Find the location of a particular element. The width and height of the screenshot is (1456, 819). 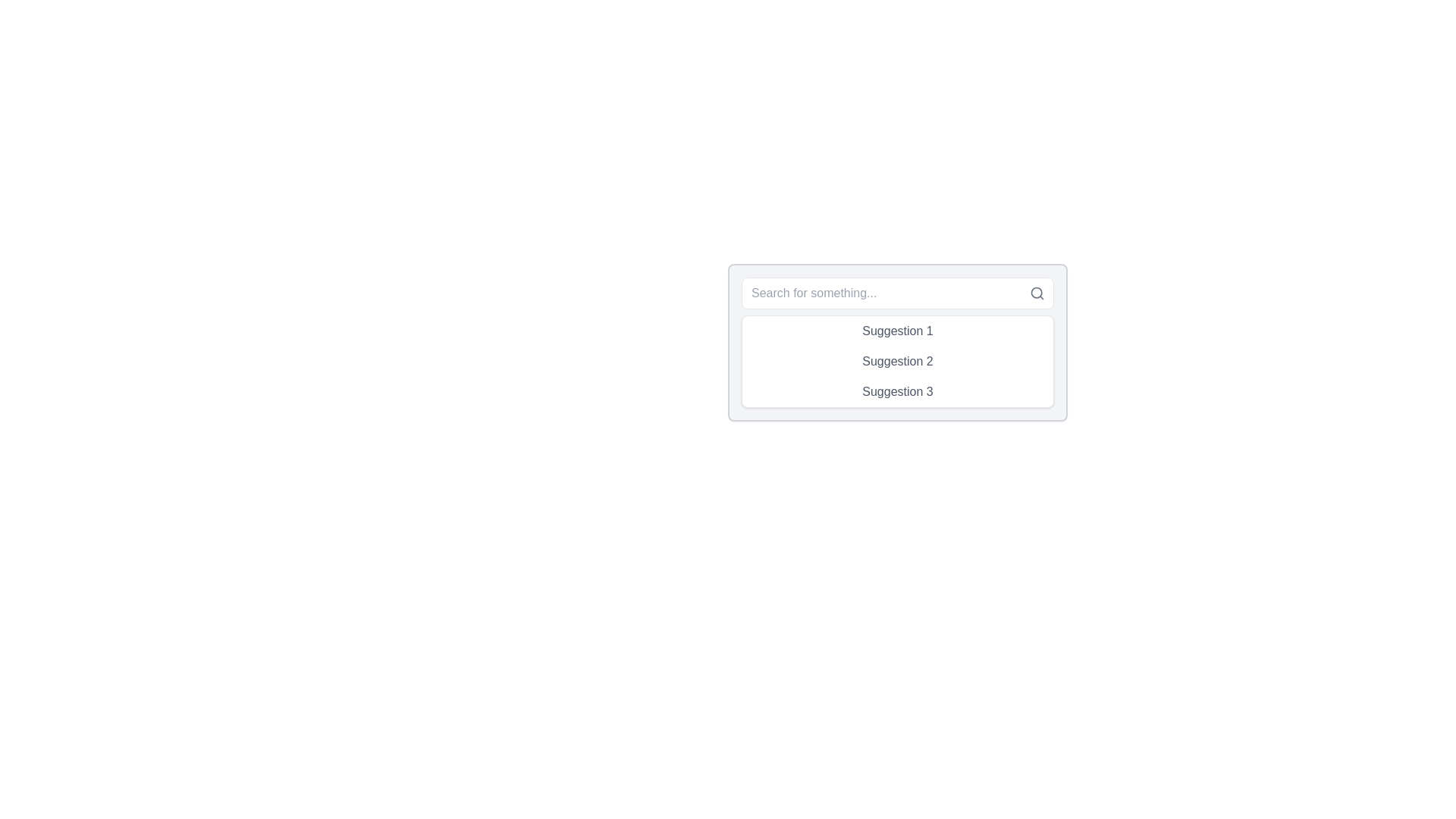

the circular lens part of the magnifying glass icon located in the top-right corner of the search bar is located at coordinates (1036, 293).